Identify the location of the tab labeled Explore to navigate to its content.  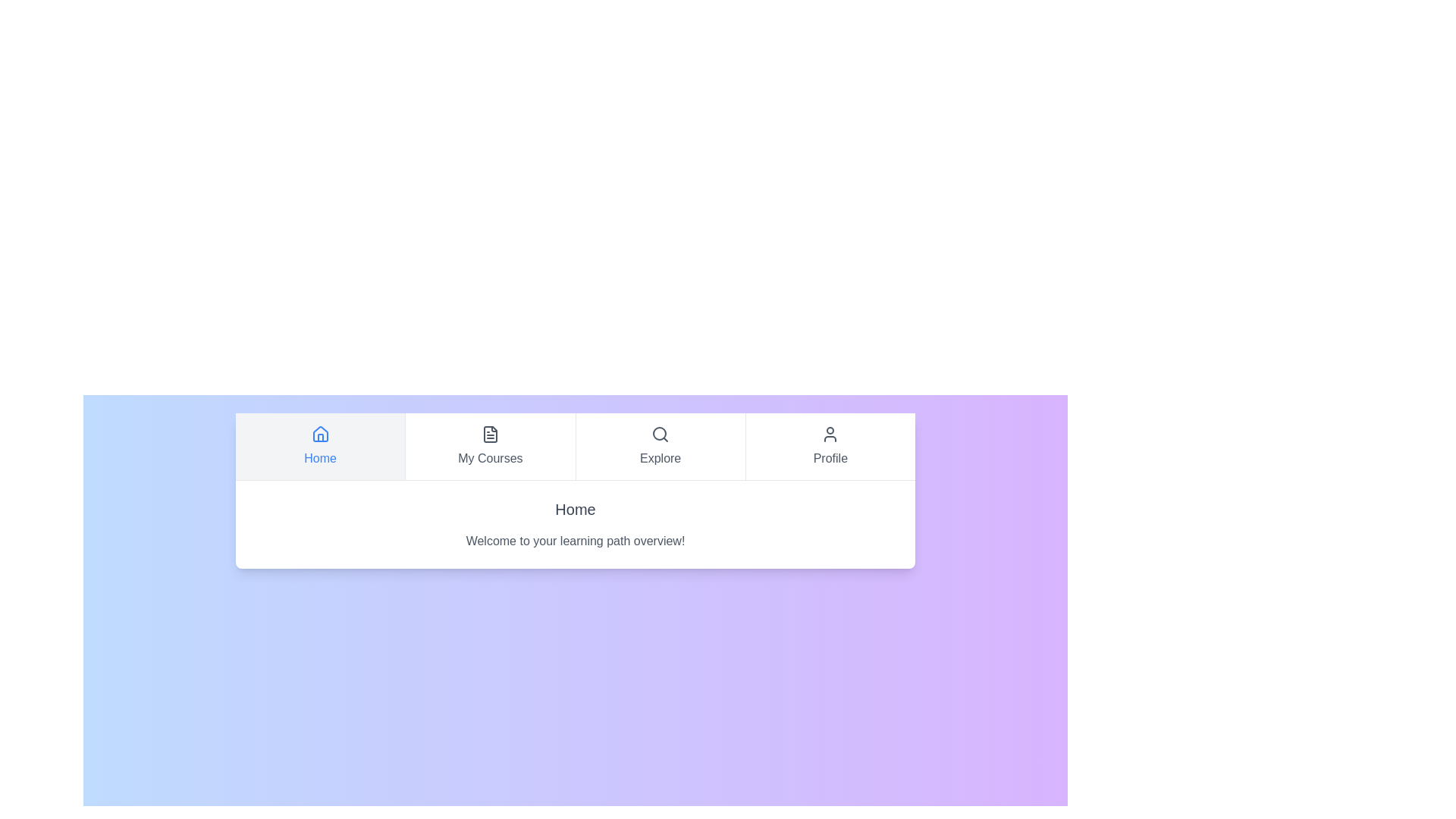
(660, 446).